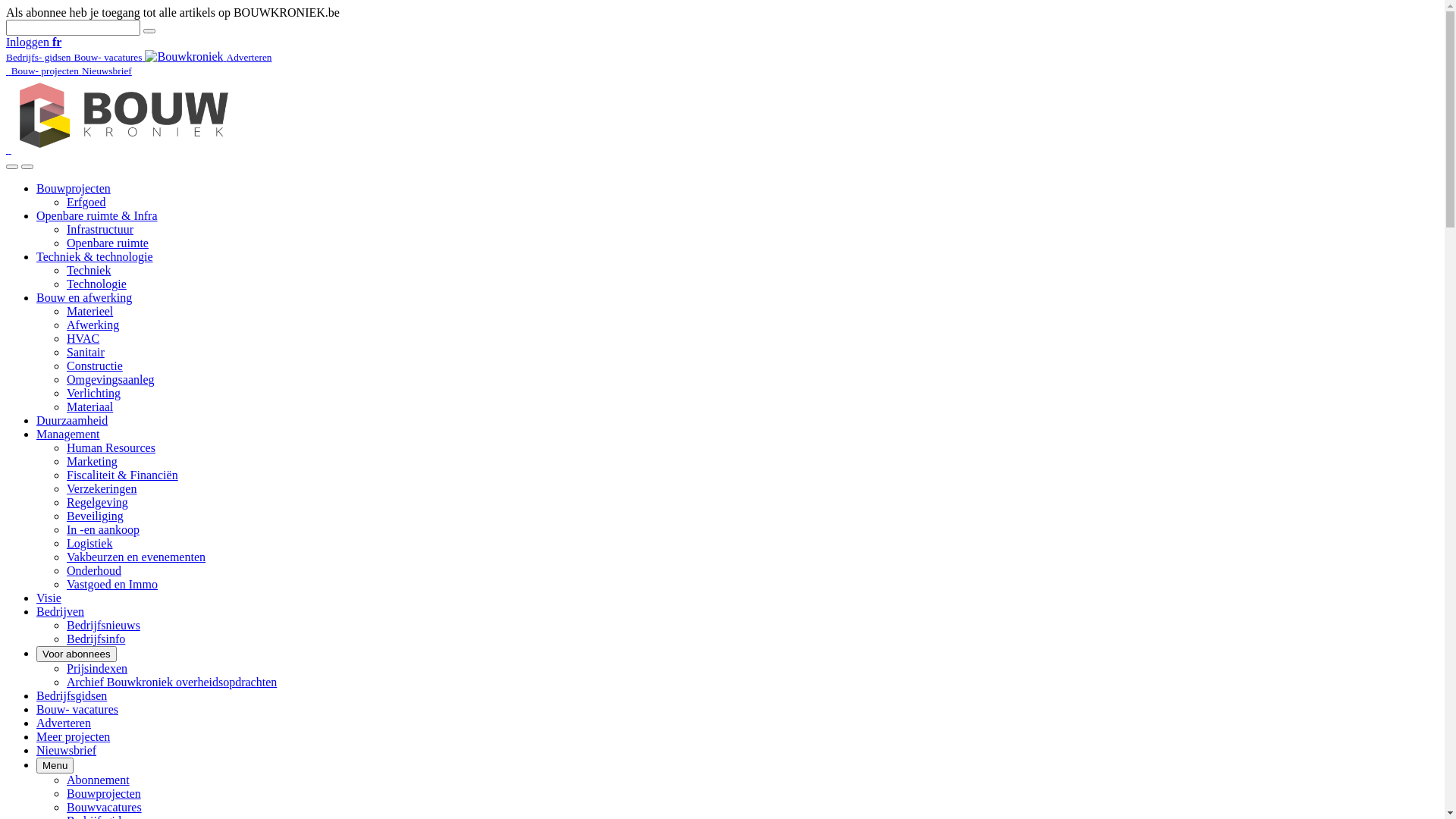 This screenshot has height=819, width=1456. What do you see at coordinates (102, 529) in the screenshot?
I see `'In -en aankoop'` at bounding box center [102, 529].